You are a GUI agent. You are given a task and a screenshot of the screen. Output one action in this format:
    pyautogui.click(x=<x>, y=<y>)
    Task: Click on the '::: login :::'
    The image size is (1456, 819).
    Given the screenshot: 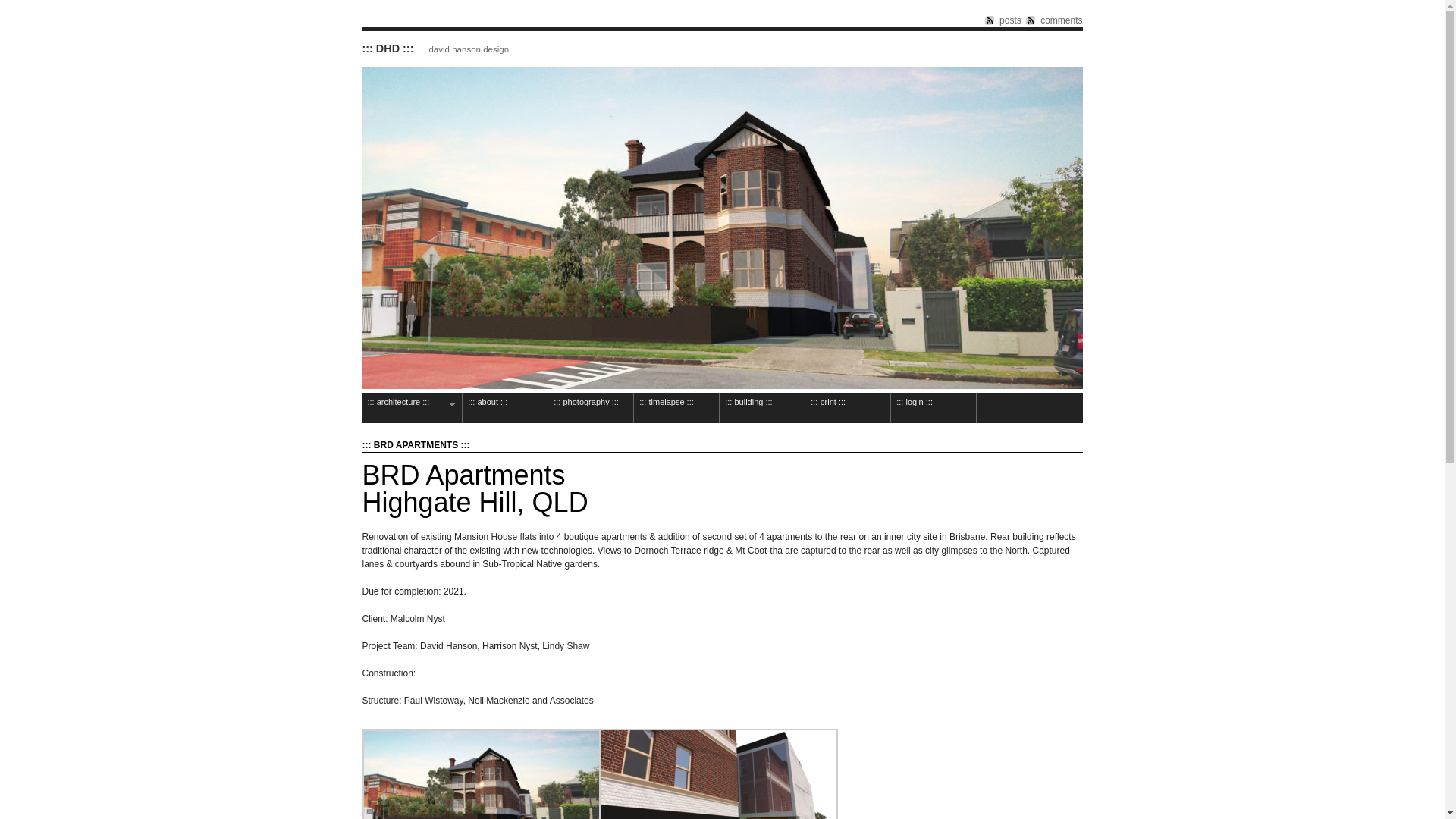 What is the action you would take?
    pyautogui.click(x=932, y=406)
    